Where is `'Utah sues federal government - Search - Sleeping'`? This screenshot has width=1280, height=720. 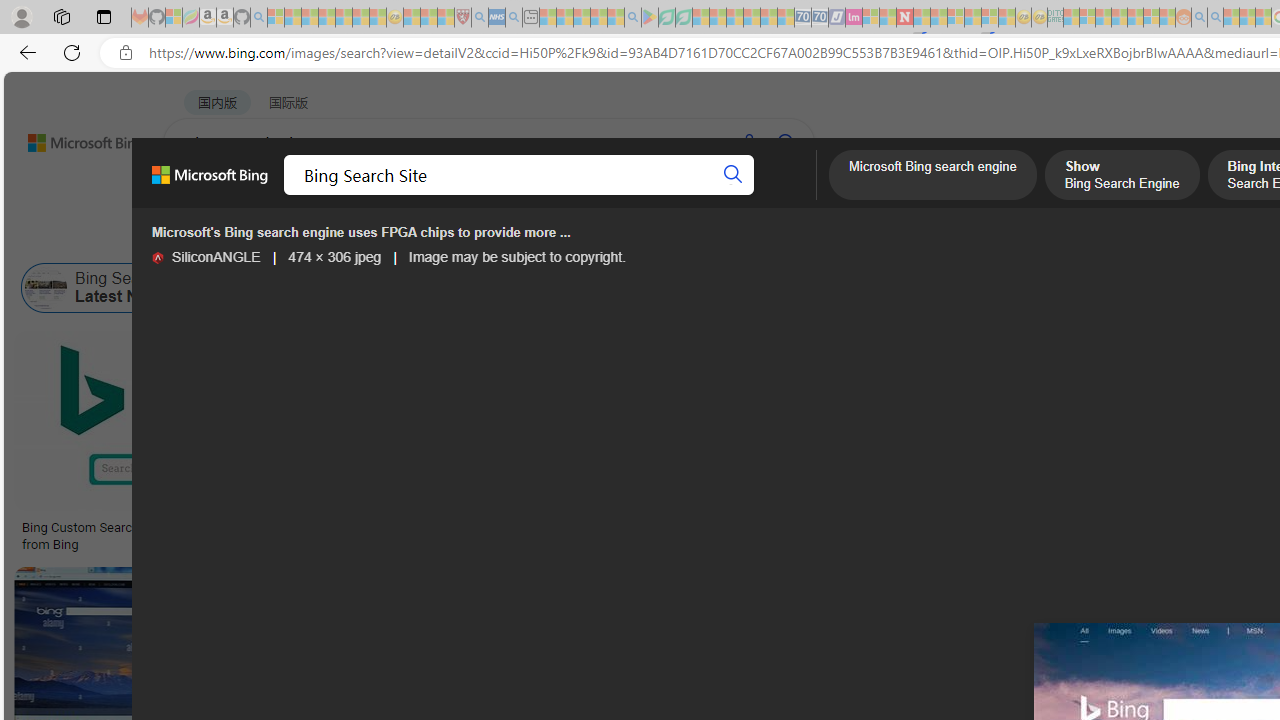 'Utah sues federal government - Search - Sleeping' is located at coordinates (1214, 17).